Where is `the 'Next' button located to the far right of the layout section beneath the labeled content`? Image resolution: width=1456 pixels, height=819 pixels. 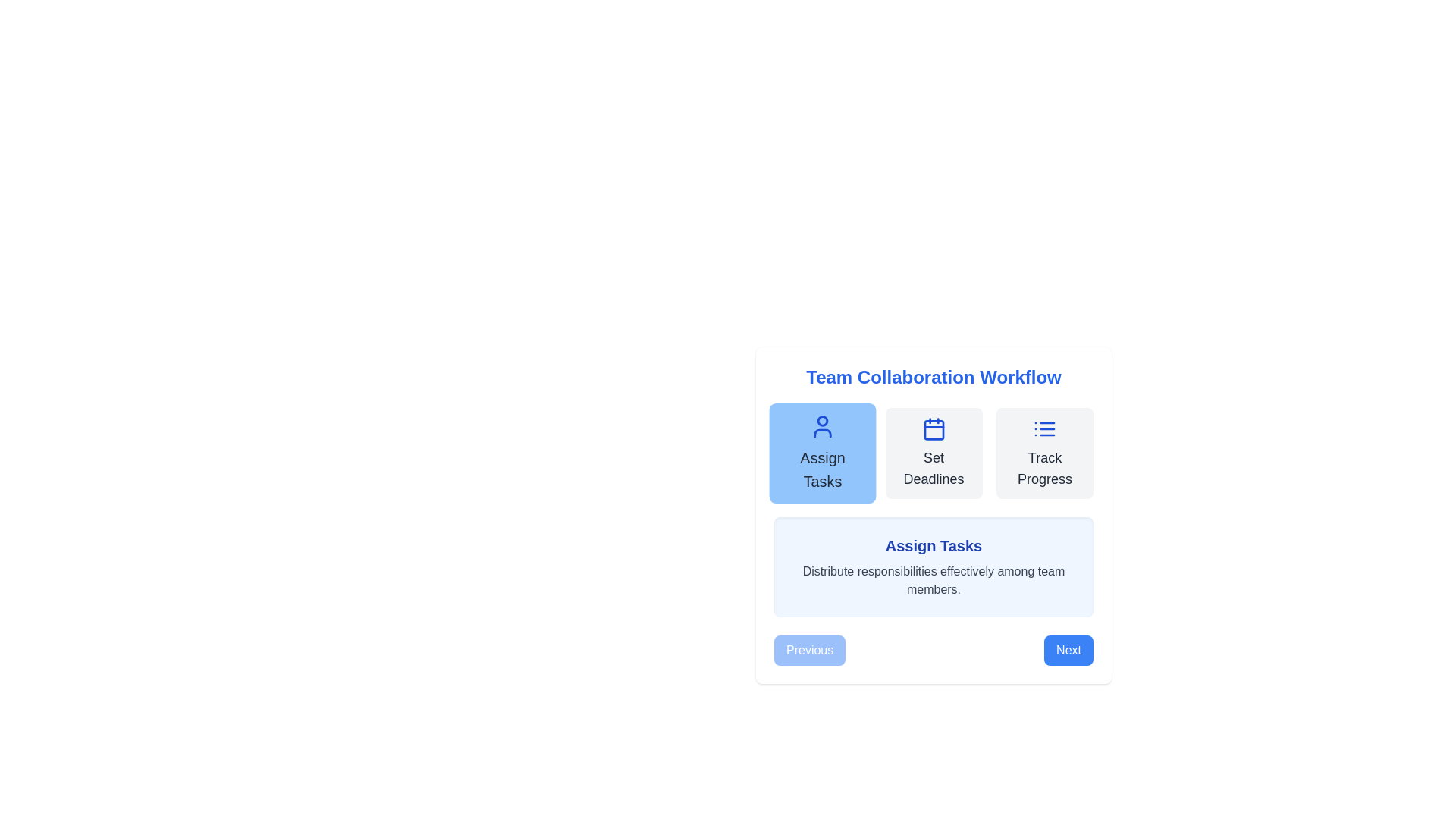
the 'Next' button located to the far right of the layout section beneath the labeled content is located at coordinates (1068, 649).